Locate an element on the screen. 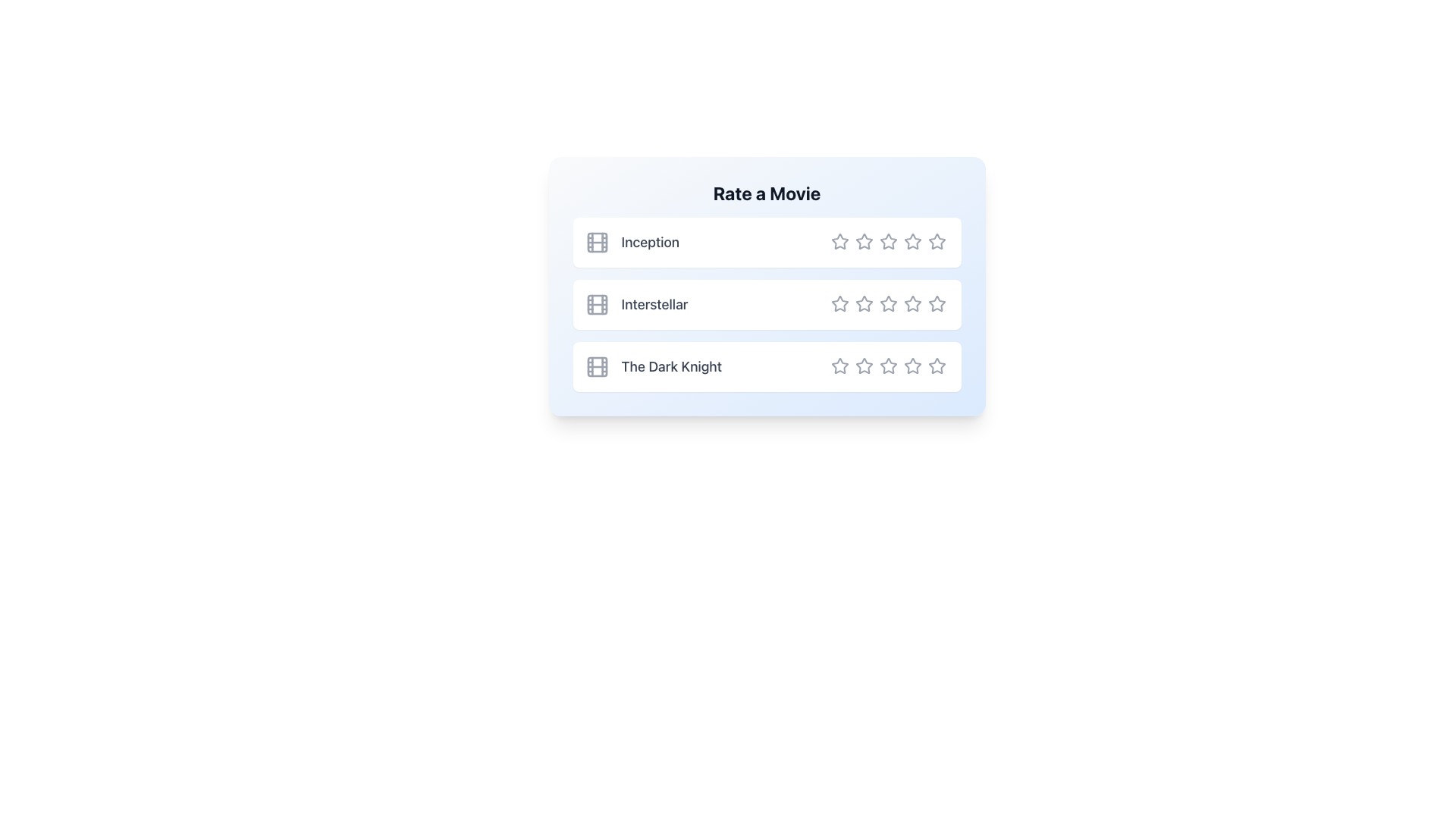 Image resolution: width=1456 pixels, height=819 pixels. the first star icon in the rating system for the movie 'Inception' to rate it 1 star is located at coordinates (839, 240).